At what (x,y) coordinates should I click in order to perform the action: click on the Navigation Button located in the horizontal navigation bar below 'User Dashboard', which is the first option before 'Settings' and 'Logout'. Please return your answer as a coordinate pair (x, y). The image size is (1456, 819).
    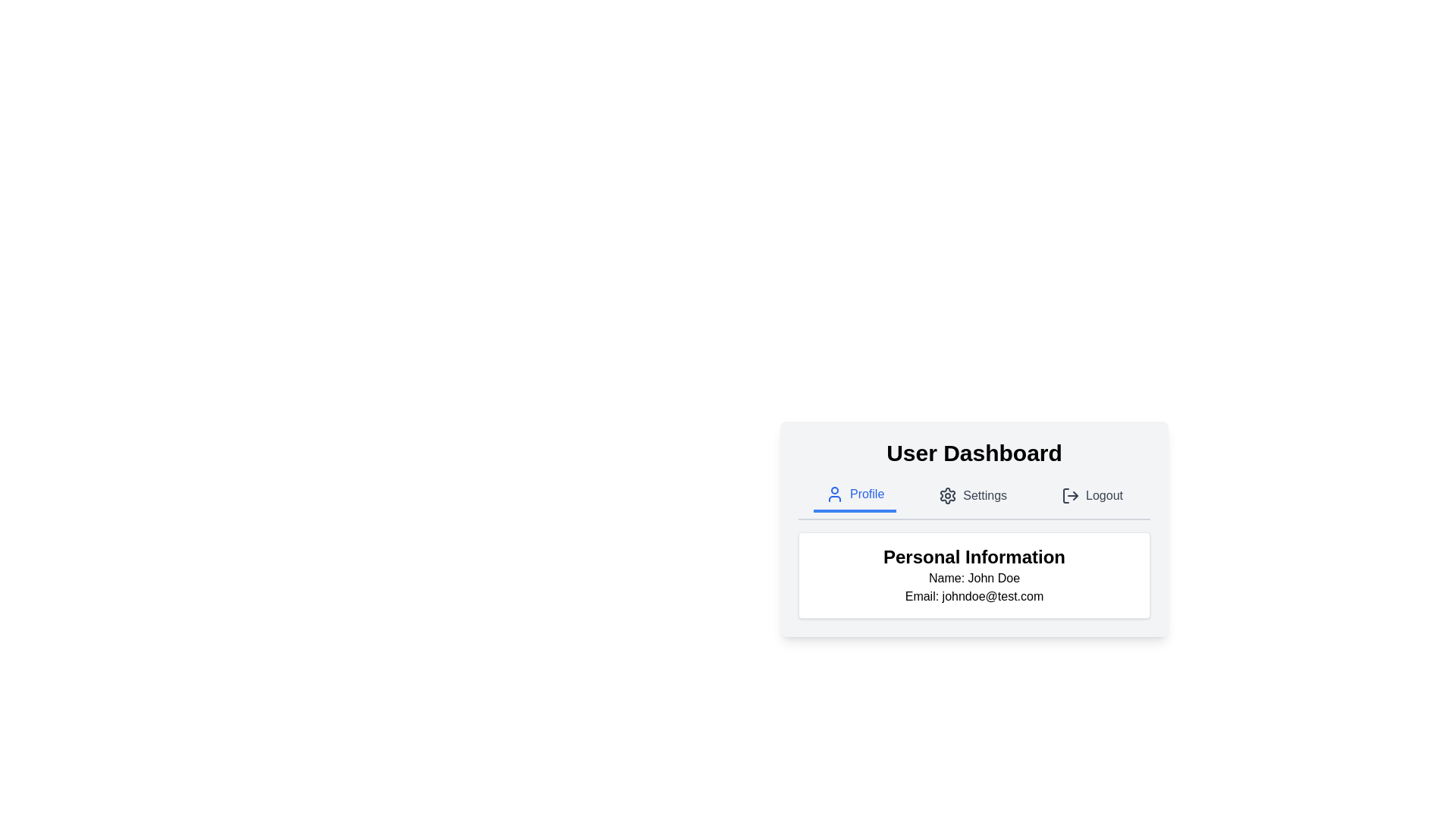
    Looking at the image, I should click on (855, 496).